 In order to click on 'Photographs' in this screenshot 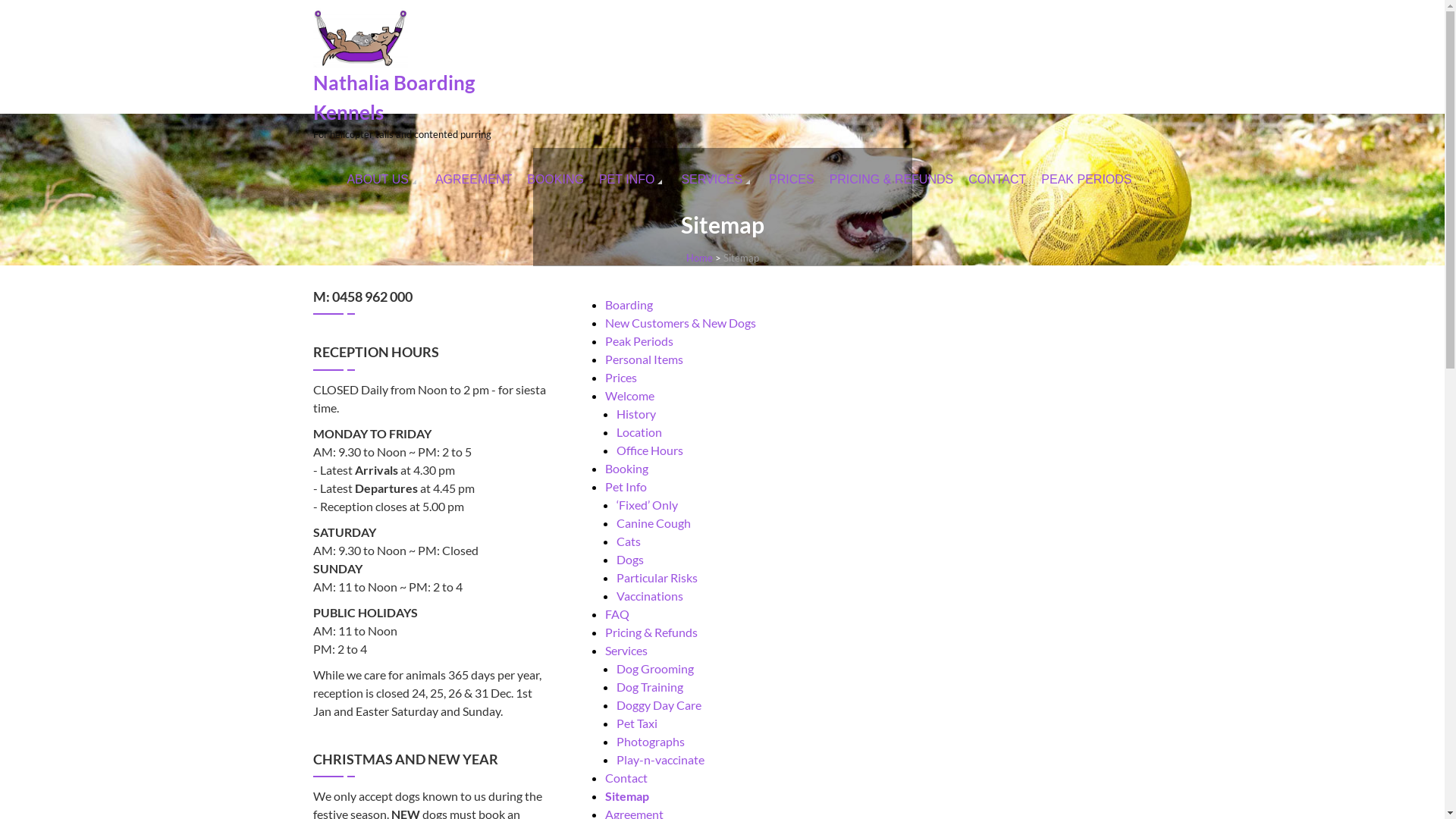, I will do `click(651, 740)`.